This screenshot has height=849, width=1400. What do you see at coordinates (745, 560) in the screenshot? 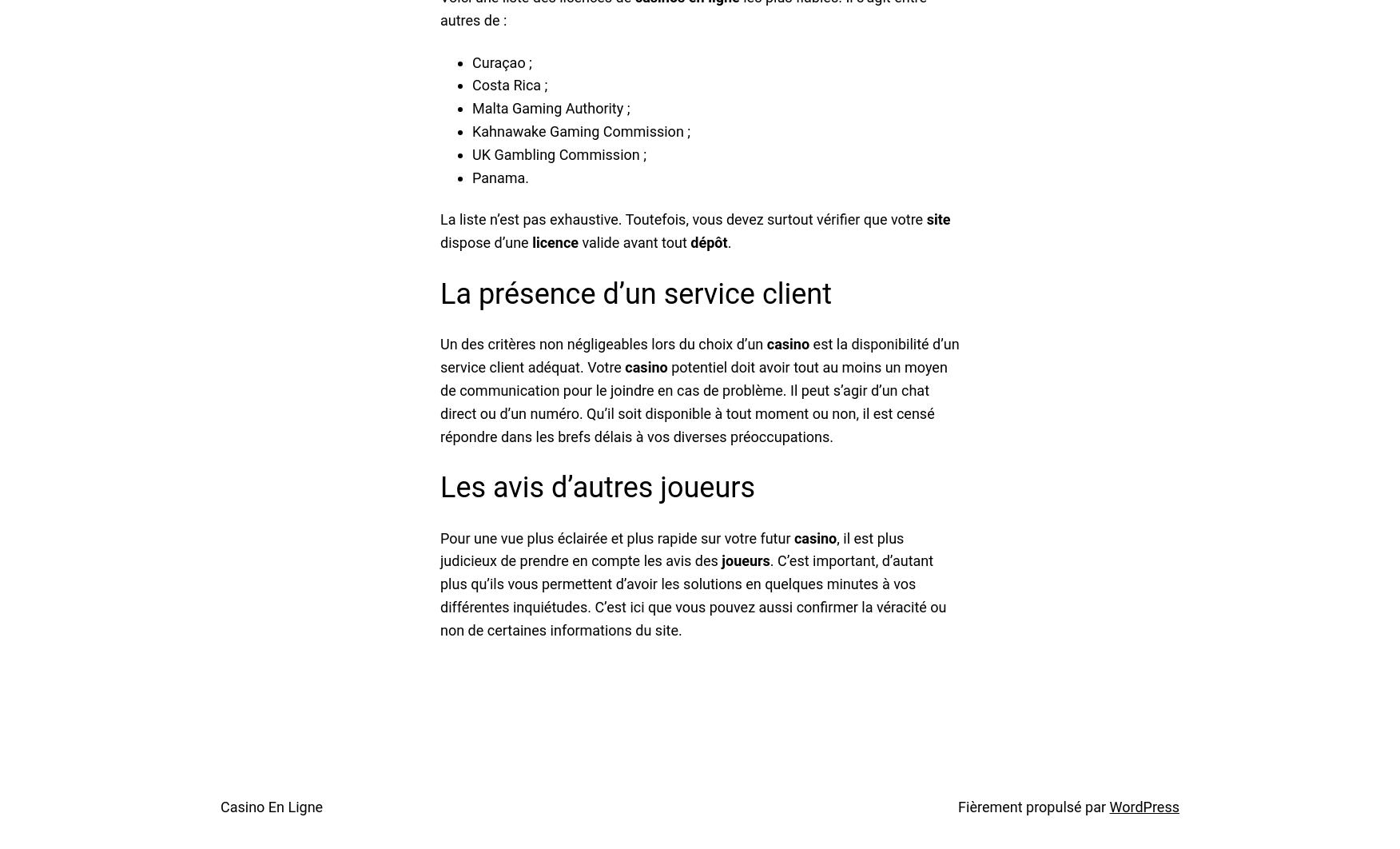
I see `'joueurs'` at bounding box center [745, 560].